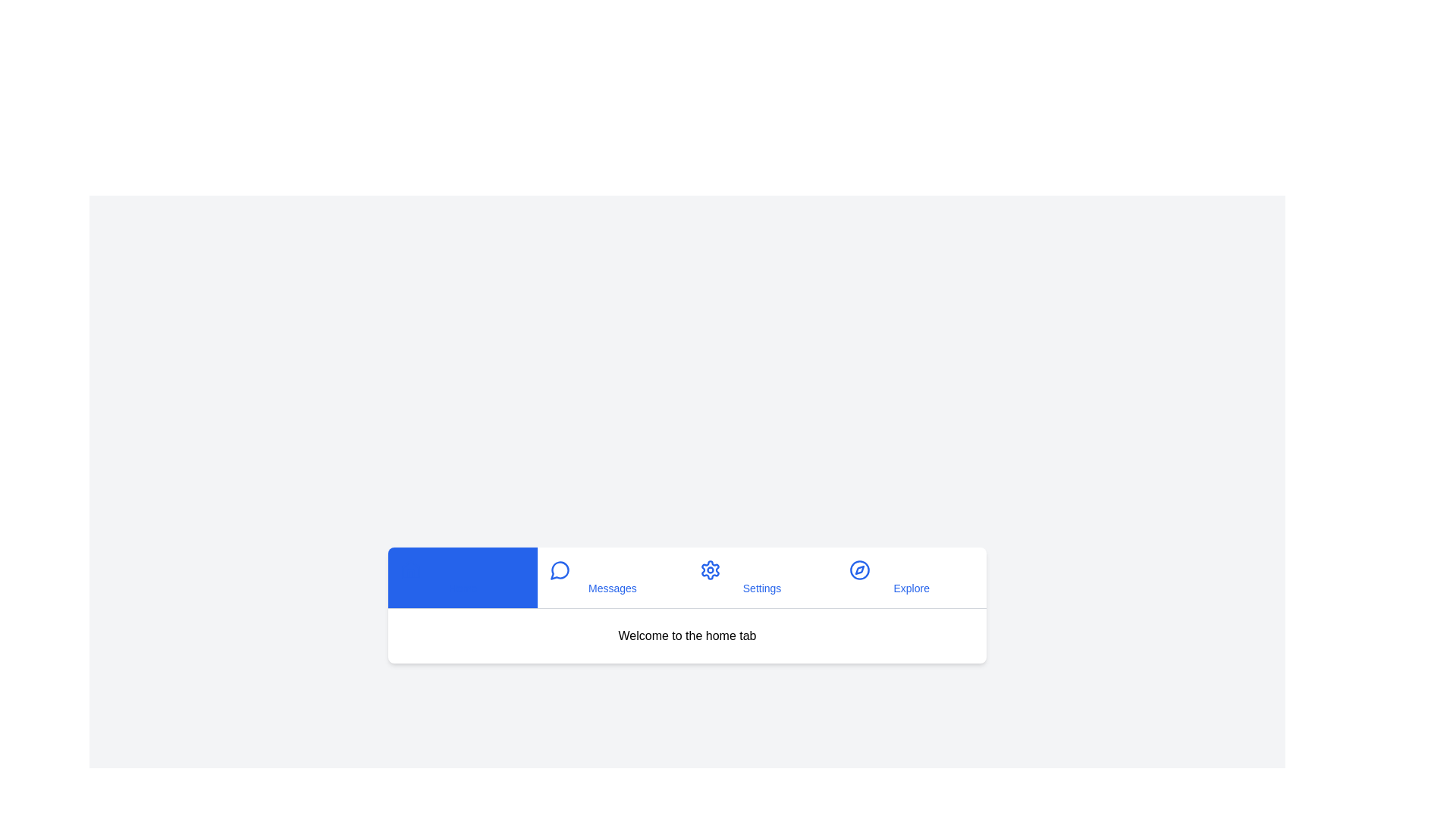  What do you see at coordinates (911, 577) in the screenshot?
I see `the tab labeled Explore by clicking its button` at bounding box center [911, 577].